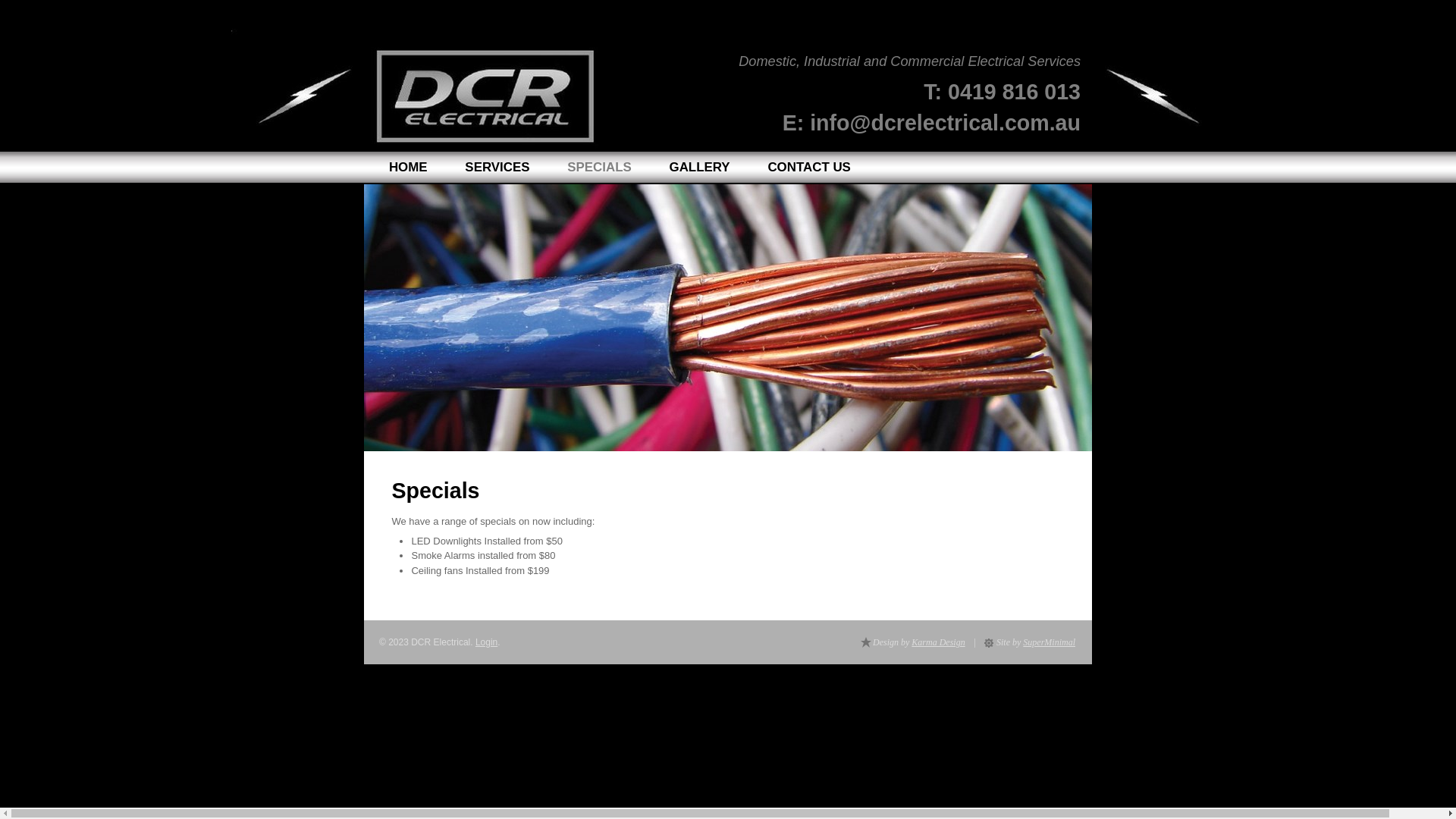 The height and width of the screenshot is (819, 1456). Describe the element at coordinates (698, 167) in the screenshot. I see `'GALLERY'` at that location.